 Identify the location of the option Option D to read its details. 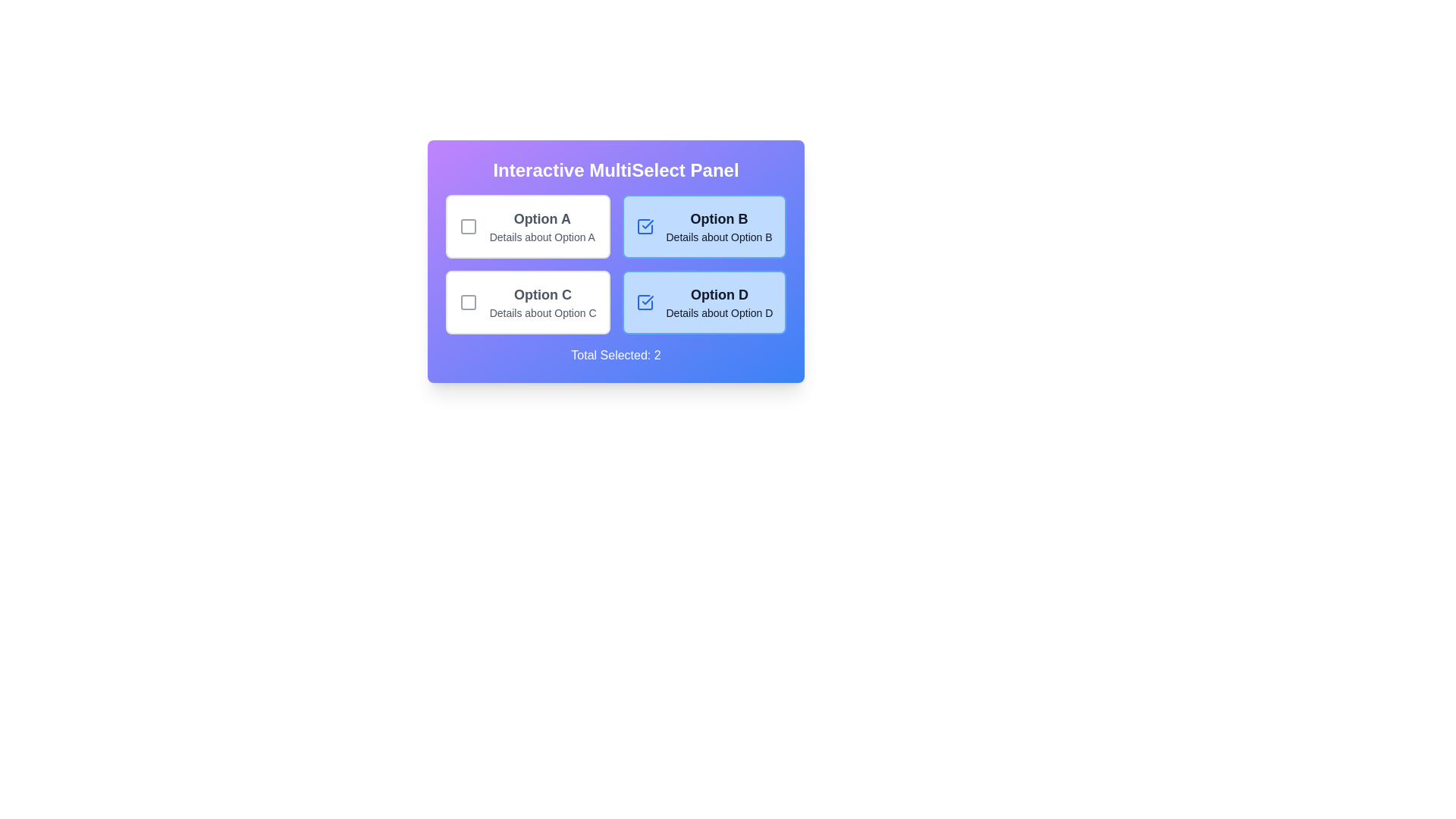
(703, 302).